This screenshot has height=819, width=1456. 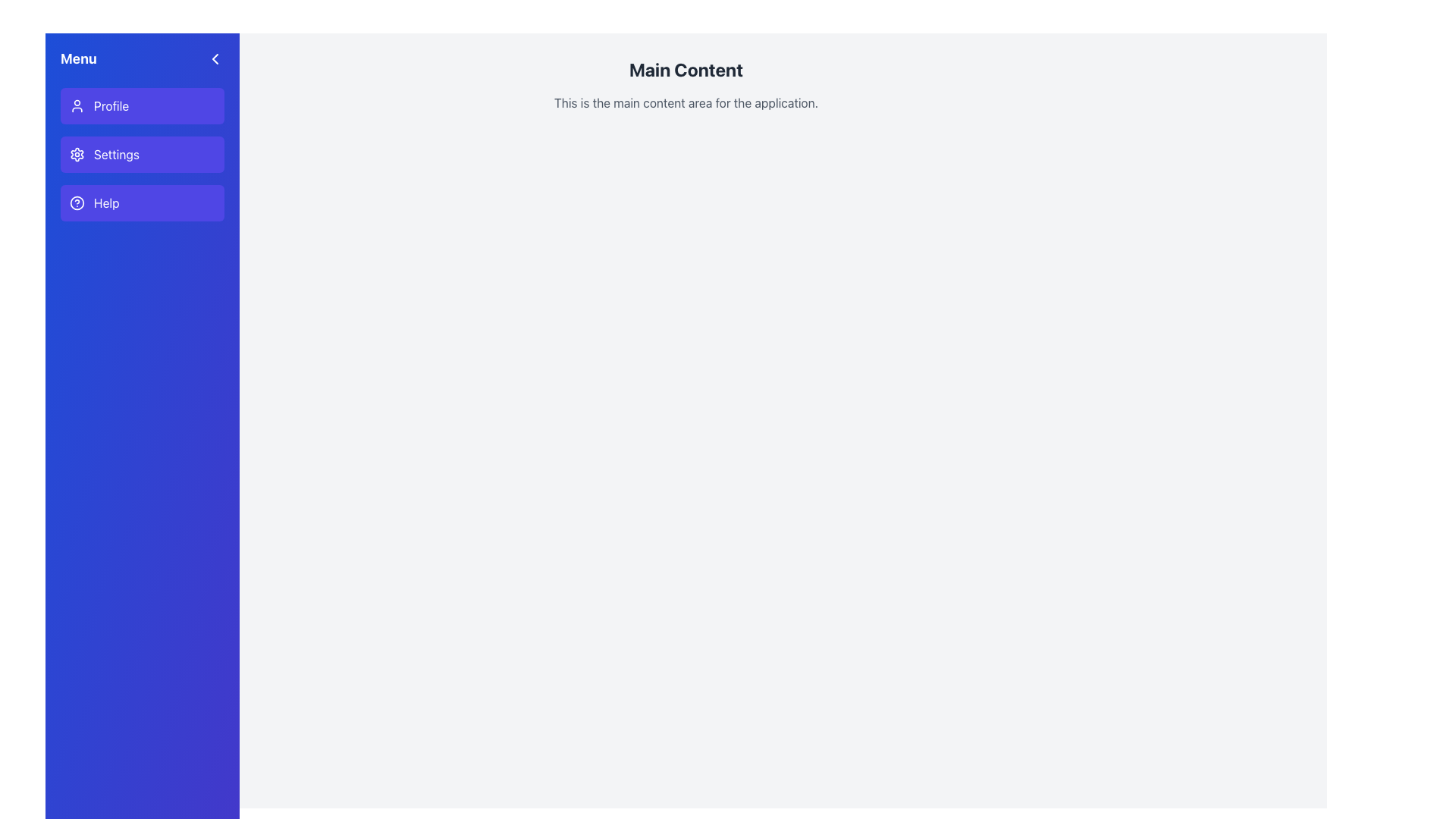 What do you see at coordinates (214, 58) in the screenshot?
I see `the left-facing chevron arrow icon located in the upper-right corner of the blue vertical sidebar` at bounding box center [214, 58].